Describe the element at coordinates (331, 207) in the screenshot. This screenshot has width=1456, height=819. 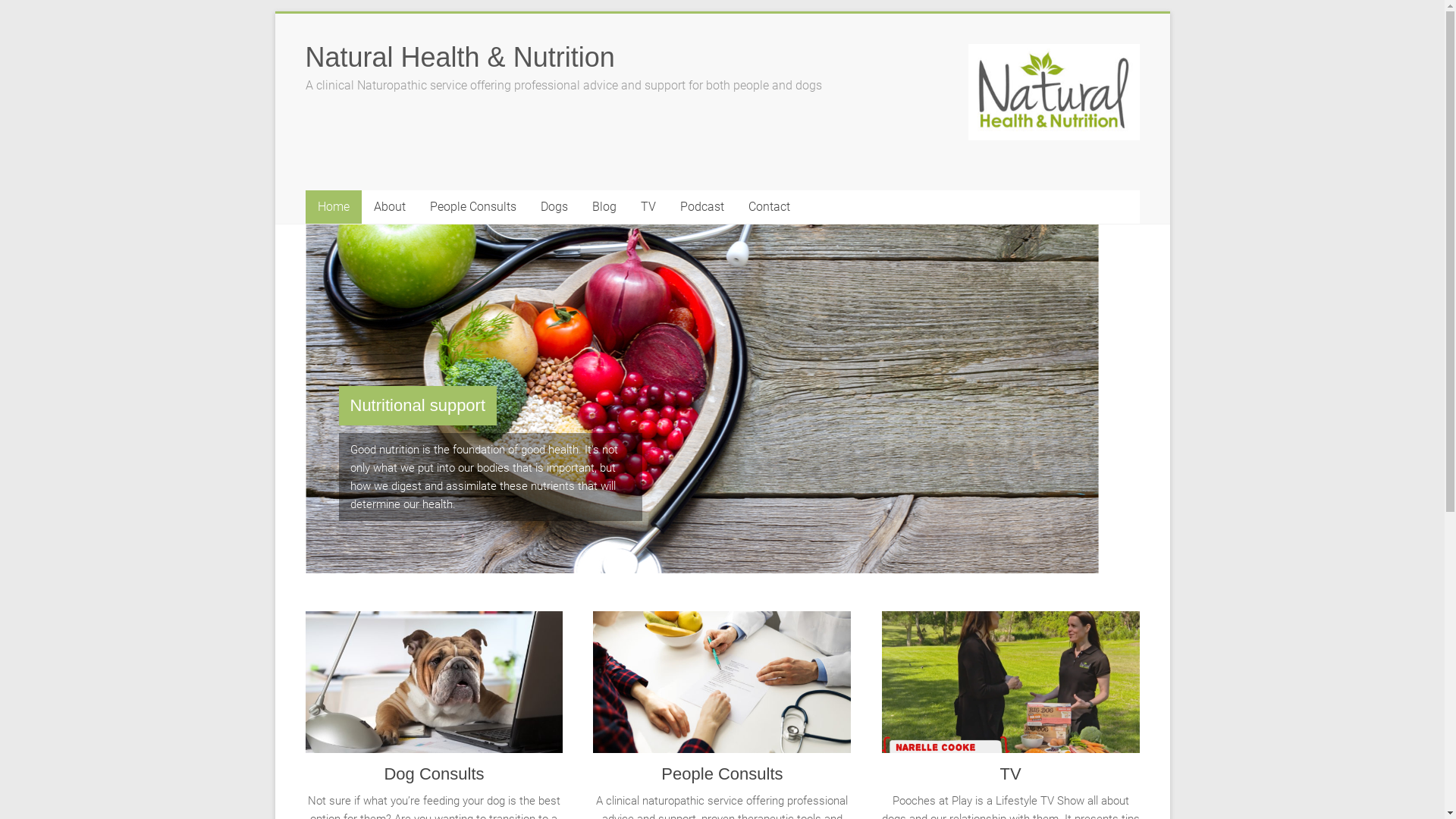
I see `'Home'` at that location.